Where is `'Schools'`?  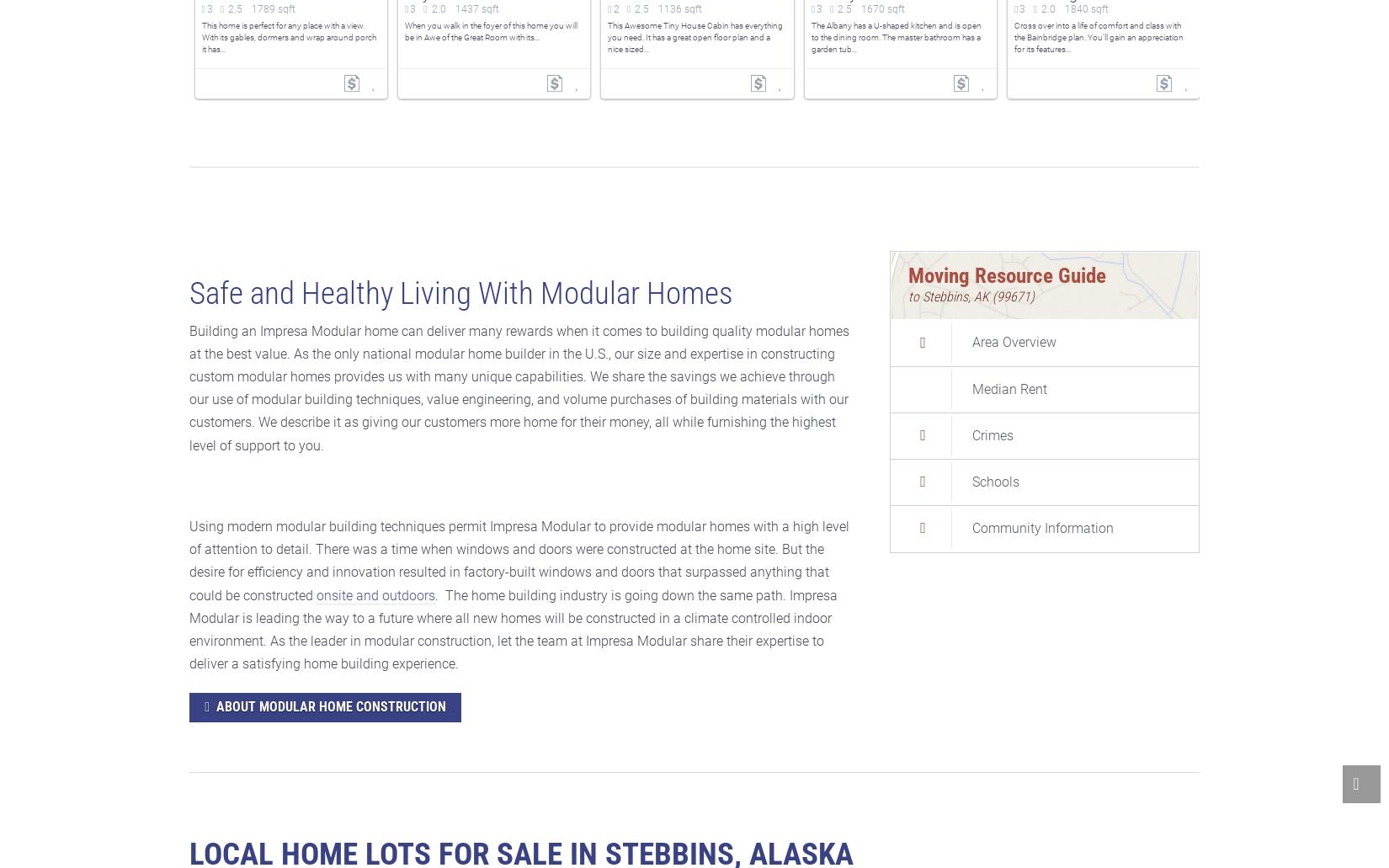 'Schools' is located at coordinates (995, 480).